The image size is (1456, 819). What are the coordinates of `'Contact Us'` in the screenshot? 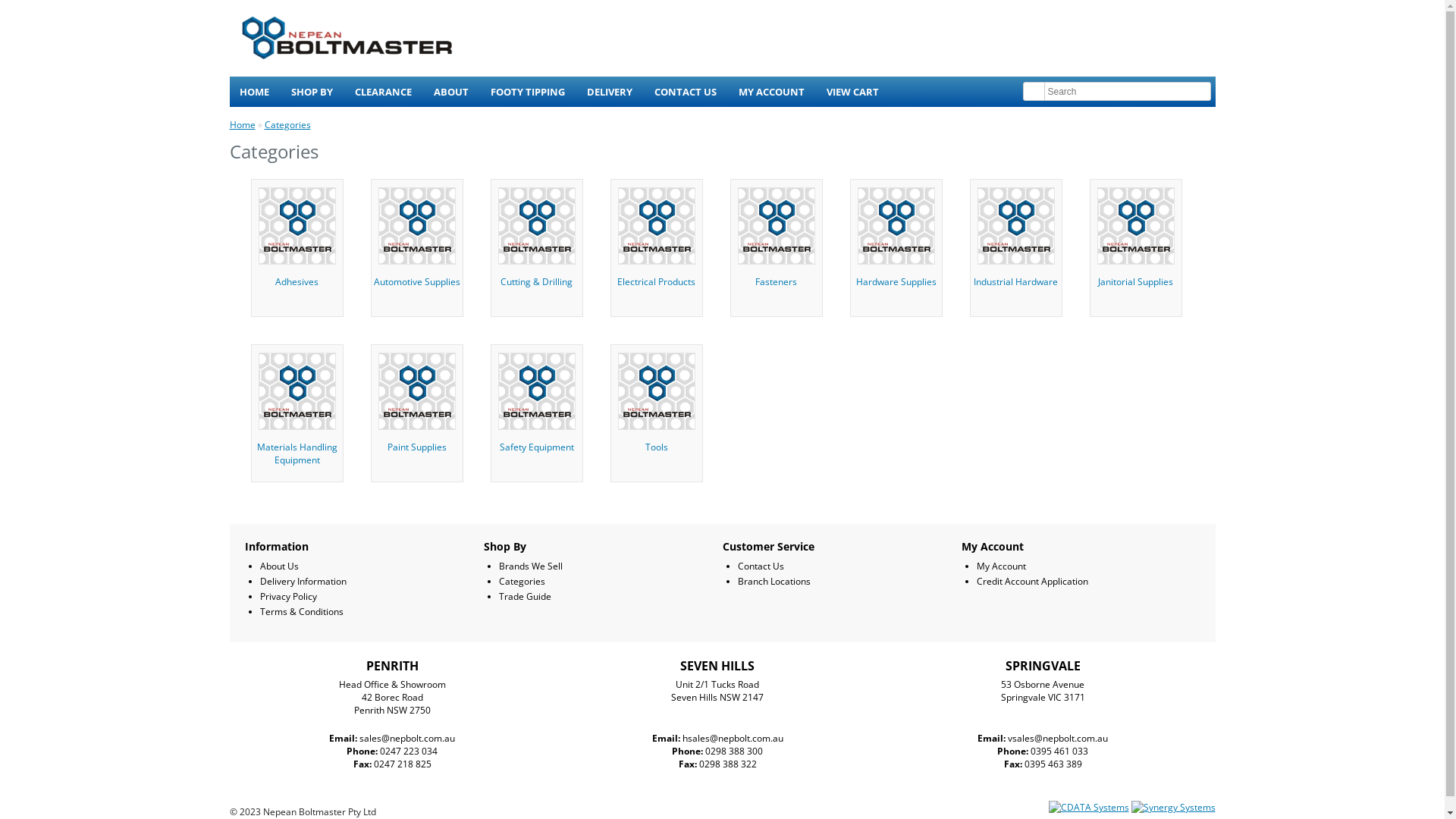 It's located at (736, 566).